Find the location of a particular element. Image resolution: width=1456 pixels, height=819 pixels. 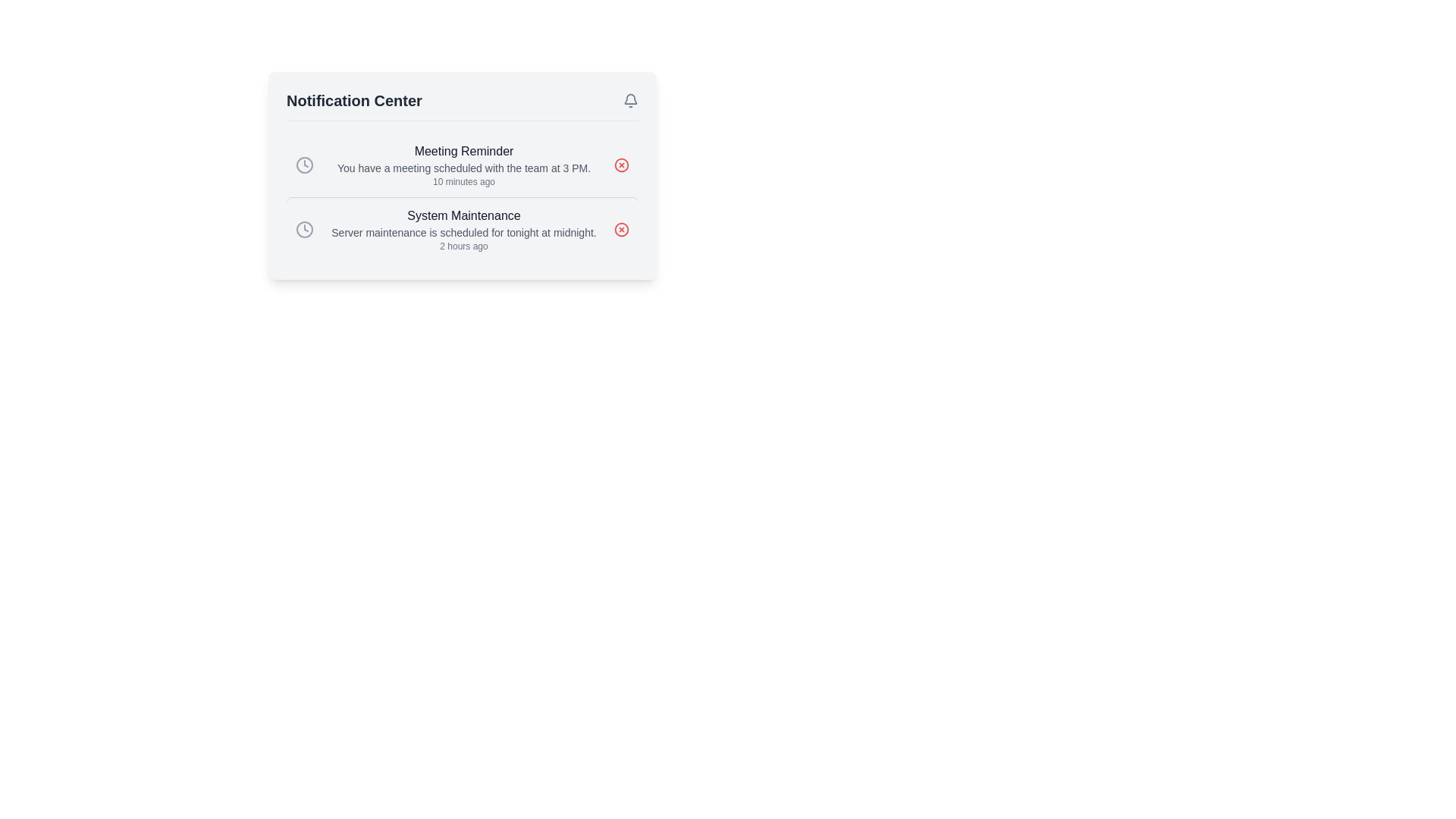

the SVG circle element that serves as a decorative boundary of the clock icon, located within the notification block near the left margin of the first notification item is located at coordinates (304, 230).